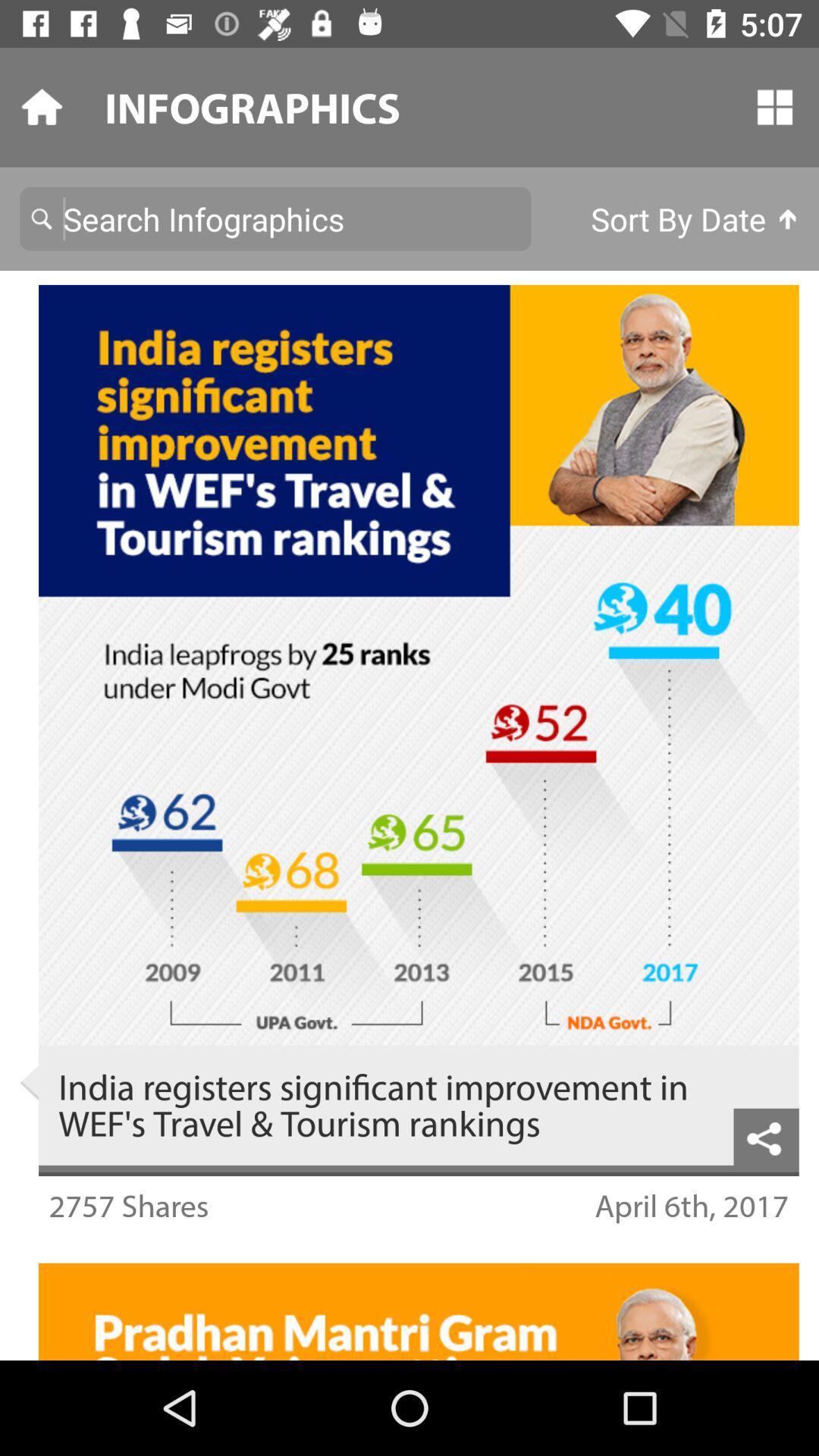  Describe the element at coordinates (766, 1137) in the screenshot. I see `share the image` at that location.